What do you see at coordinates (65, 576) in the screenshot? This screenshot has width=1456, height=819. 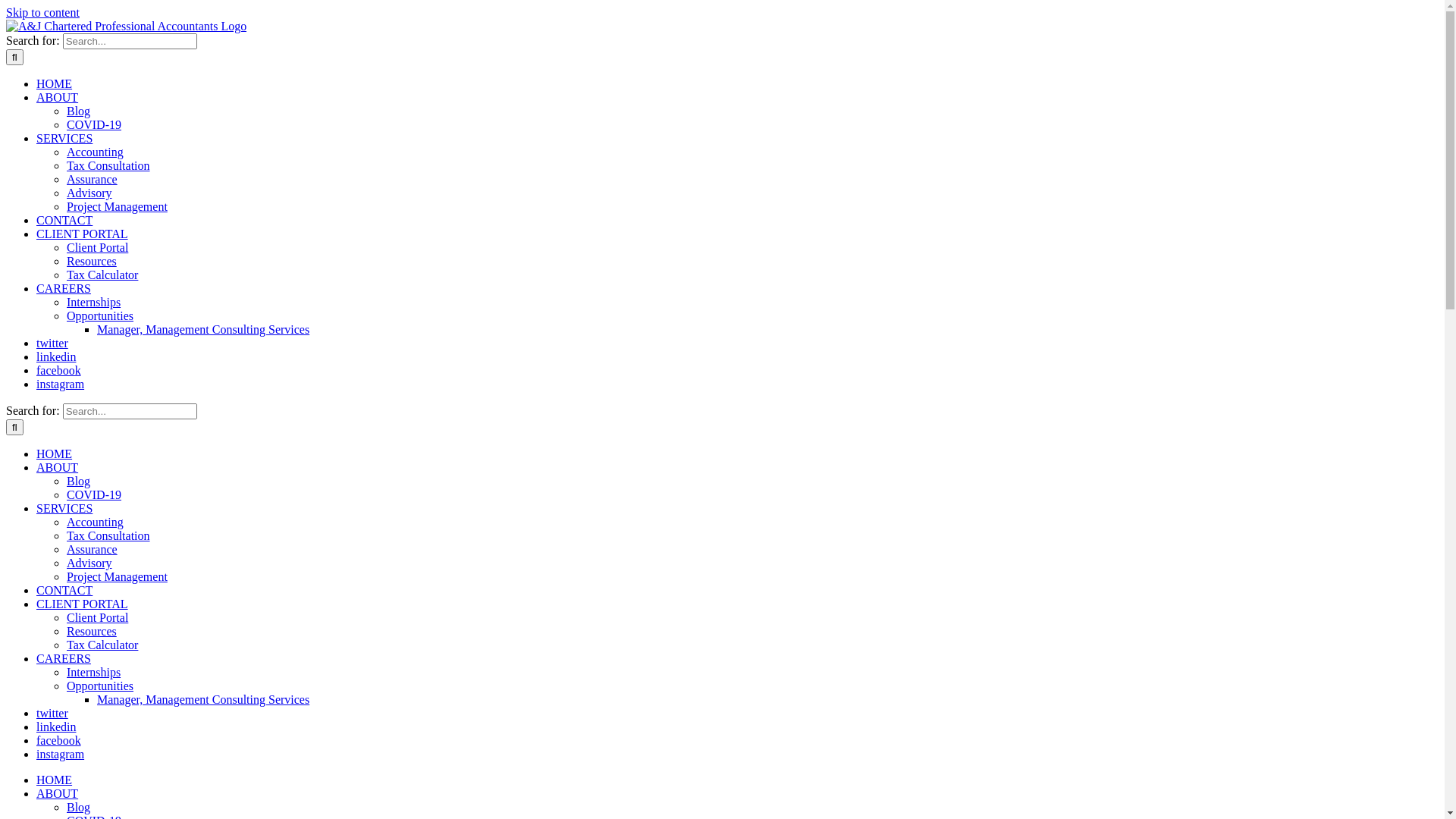 I see `'Project Management'` at bounding box center [65, 576].